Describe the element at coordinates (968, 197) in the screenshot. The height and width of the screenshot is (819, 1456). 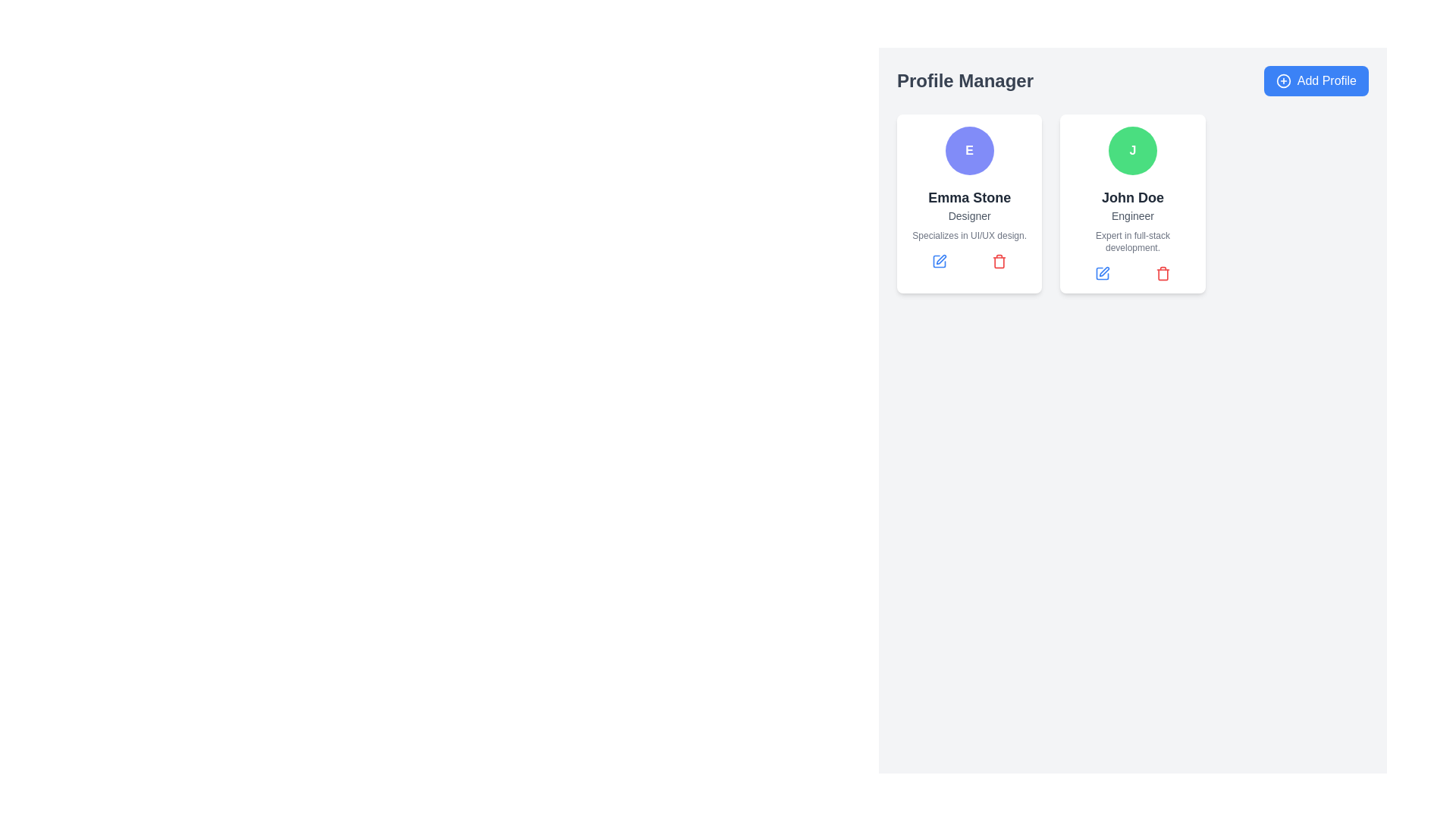
I see `the text label displaying the name 'Emma Stone' located in the first profile card above the text 'Designer'` at that location.